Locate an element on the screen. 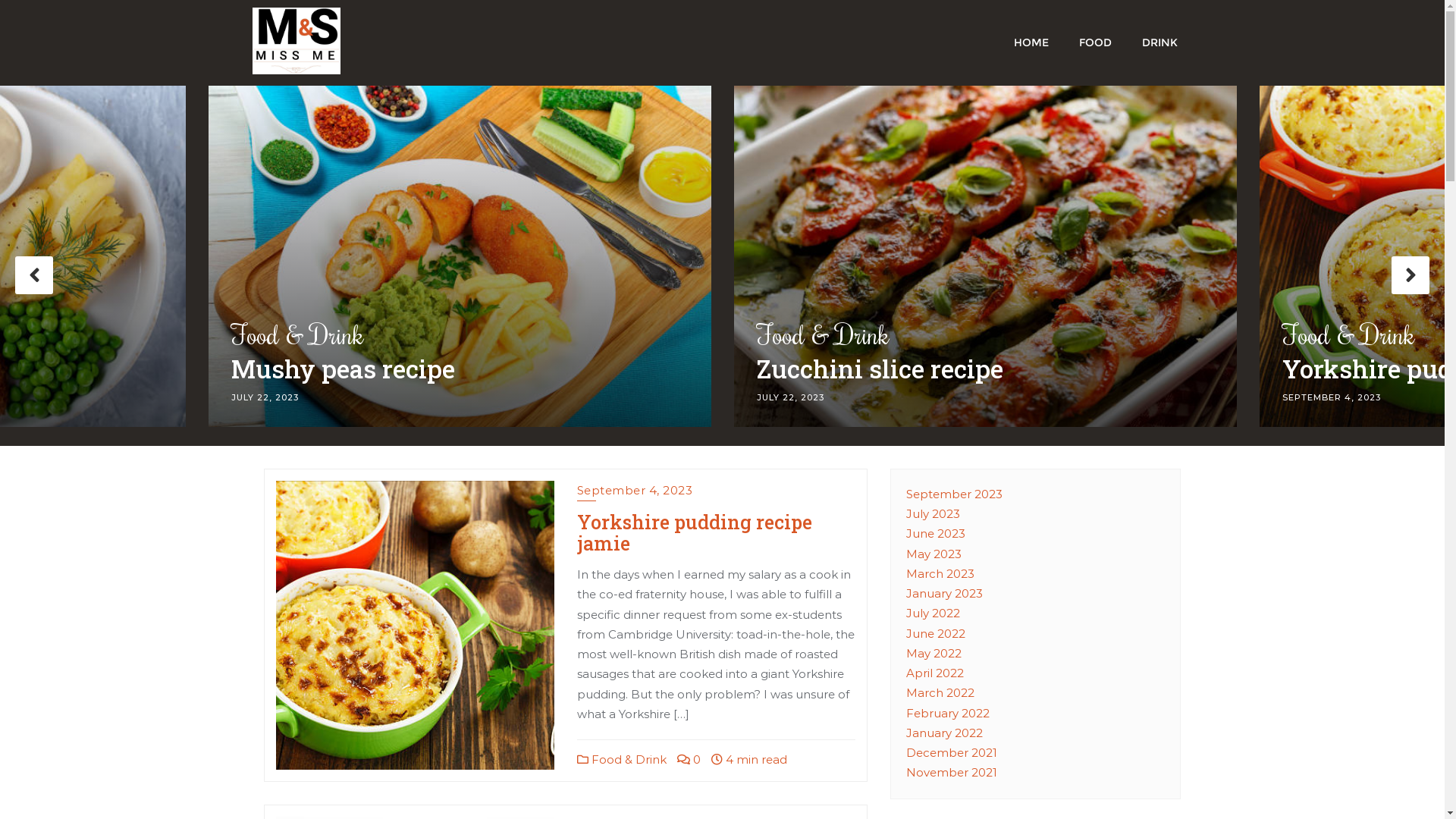 This screenshot has width=1456, height=819. 'January 2023' is located at coordinates (943, 592).